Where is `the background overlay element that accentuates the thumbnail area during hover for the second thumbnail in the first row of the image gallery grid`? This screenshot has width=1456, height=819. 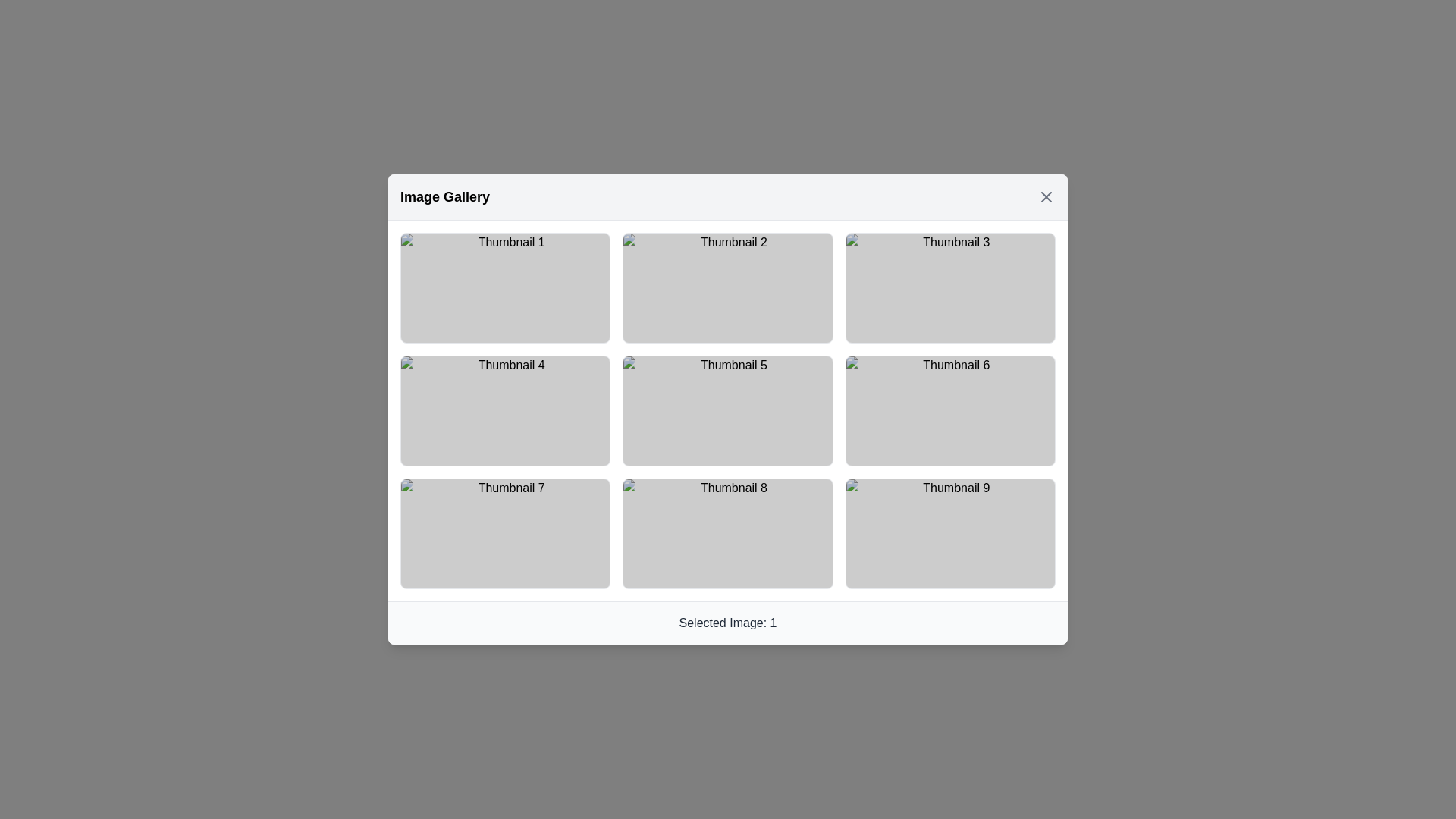 the background overlay element that accentuates the thumbnail area during hover for the second thumbnail in the first row of the image gallery grid is located at coordinates (728, 288).